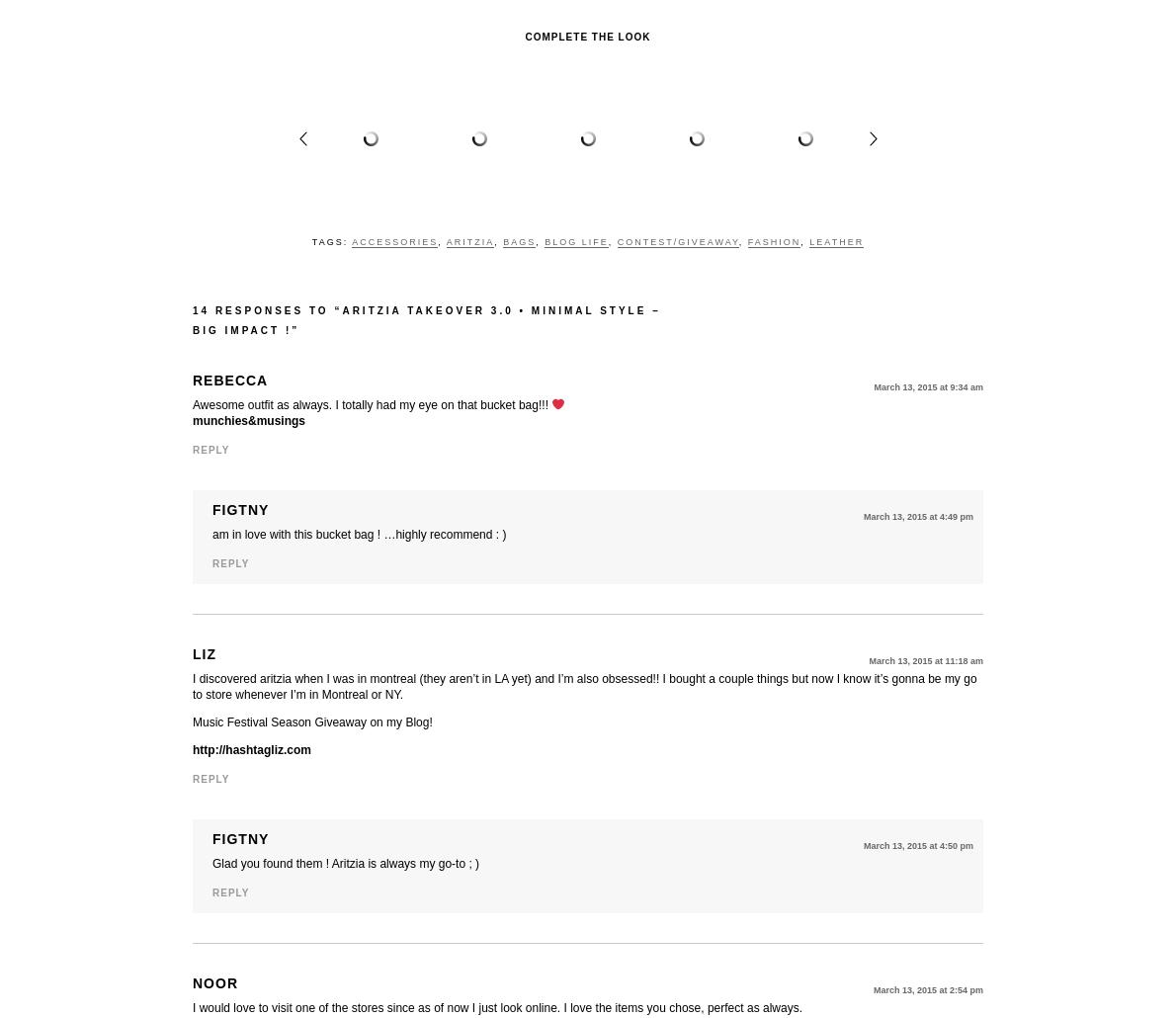  Describe the element at coordinates (215, 981) in the screenshot. I see `'Noor'` at that location.